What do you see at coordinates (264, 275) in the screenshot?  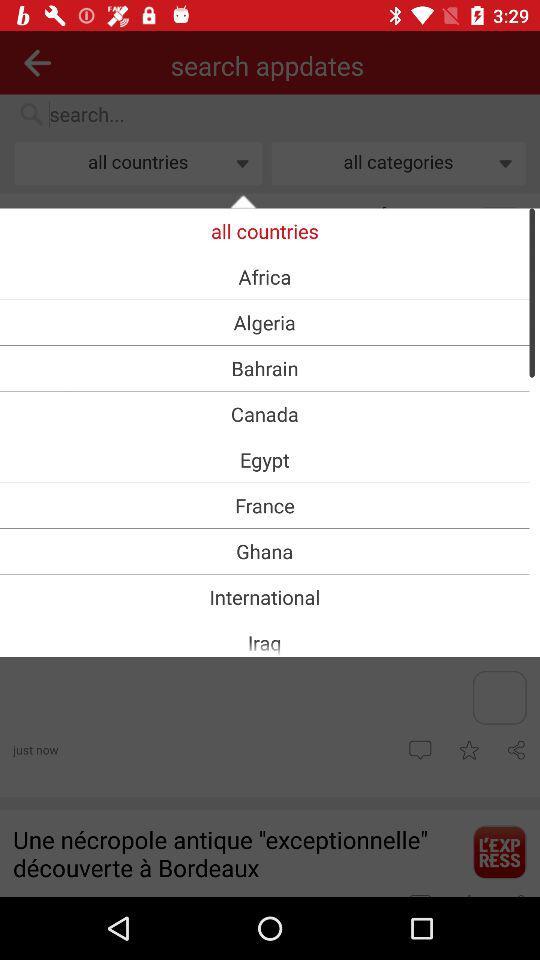 I see `item below all countries item` at bounding box center [264, 275].